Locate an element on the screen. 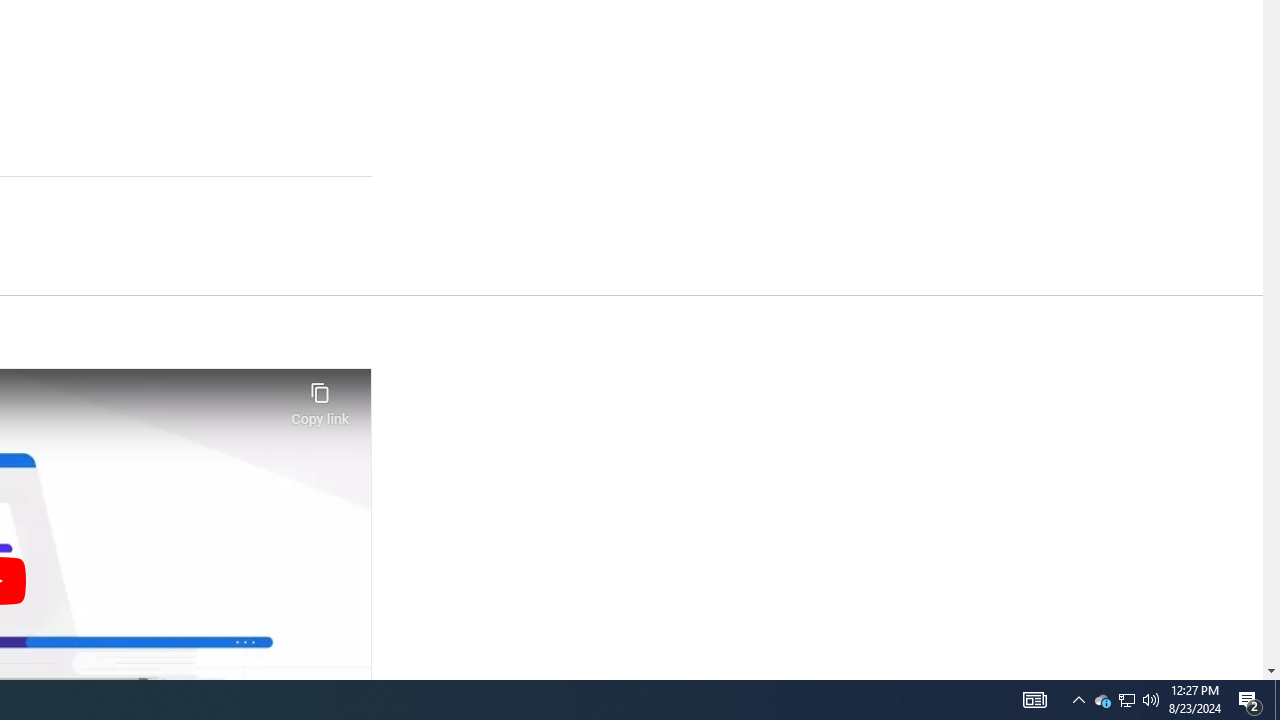  'Copy link' is located at coordinates (320, 398).